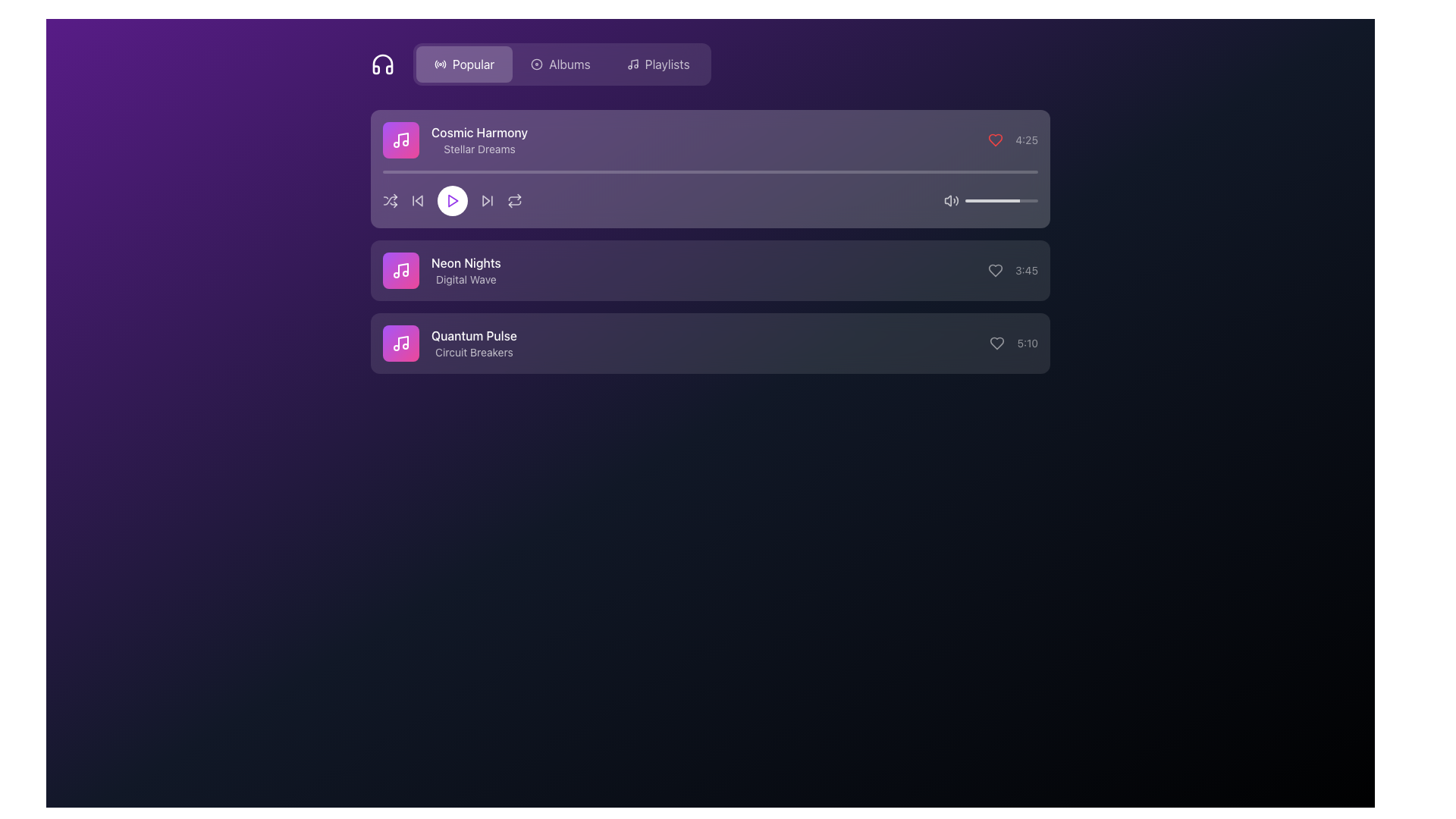 This screenshot has height=819, width=1456. Describe the element at coordinates (400, 343) in the screenshot. I see `the decorative icon representing the music track 'Quantum Pulse', located to the left of the text label 'Quantum Pulse'` at that location.